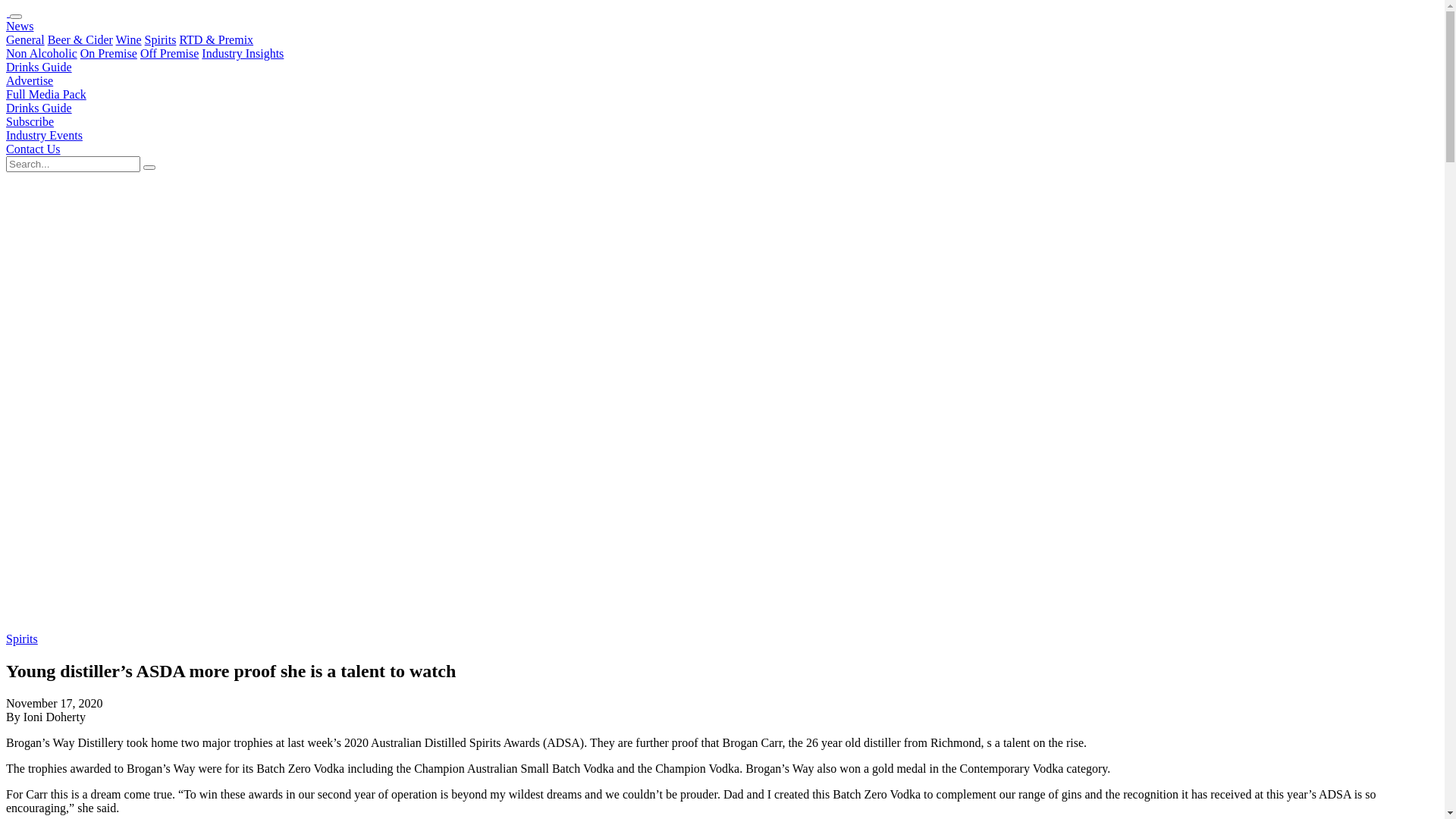 The image size is (1456, 819). What do you see at coordinates (6, 26) in the screenshot?
I see `'News'` at bounding box center [6, 26].